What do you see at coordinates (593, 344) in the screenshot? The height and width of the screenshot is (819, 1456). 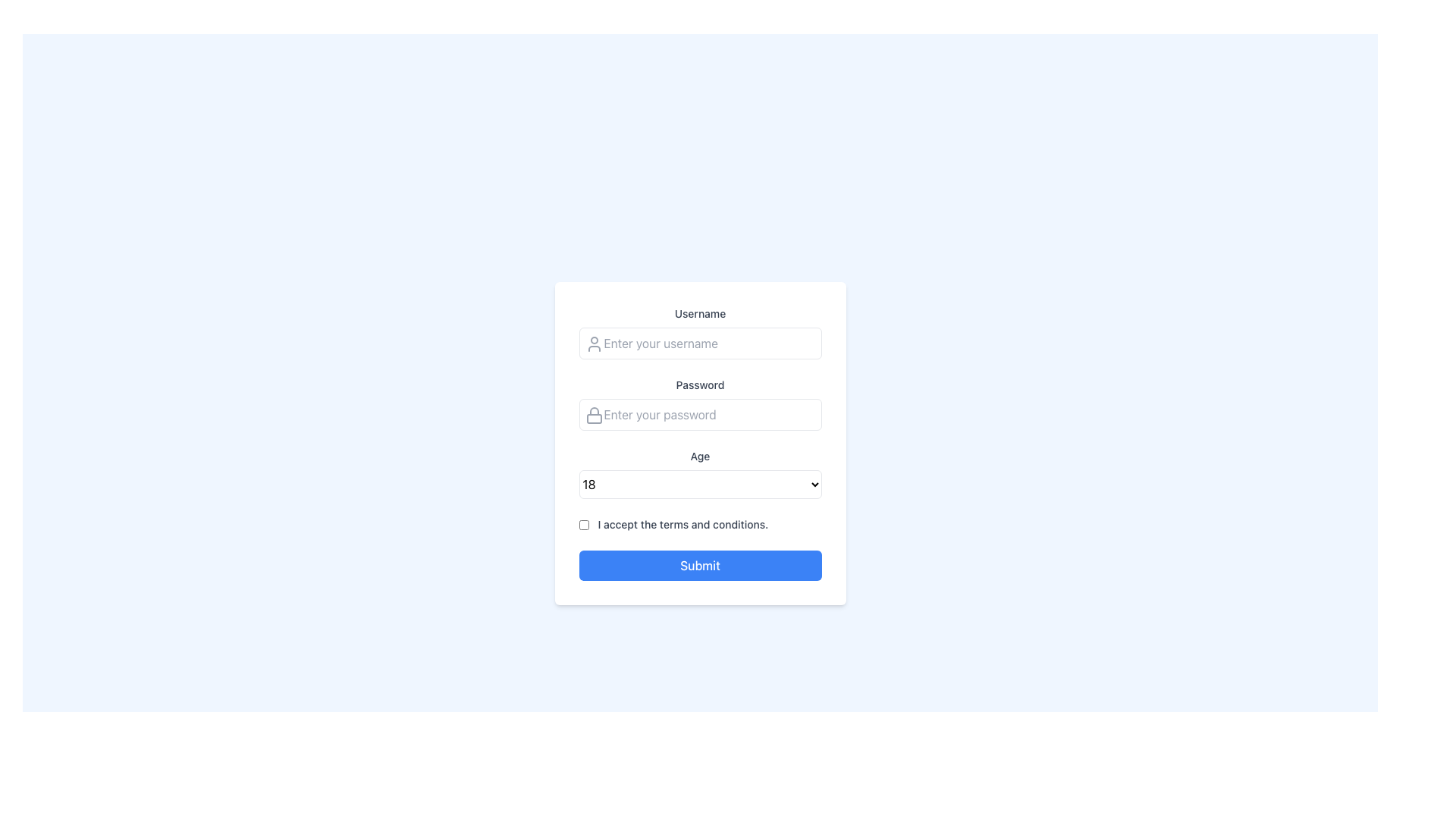 I see `the decorative icon that visually indicates the username text field, positioned in the top-left corner of the username input field` at bounding box center [593, 344].